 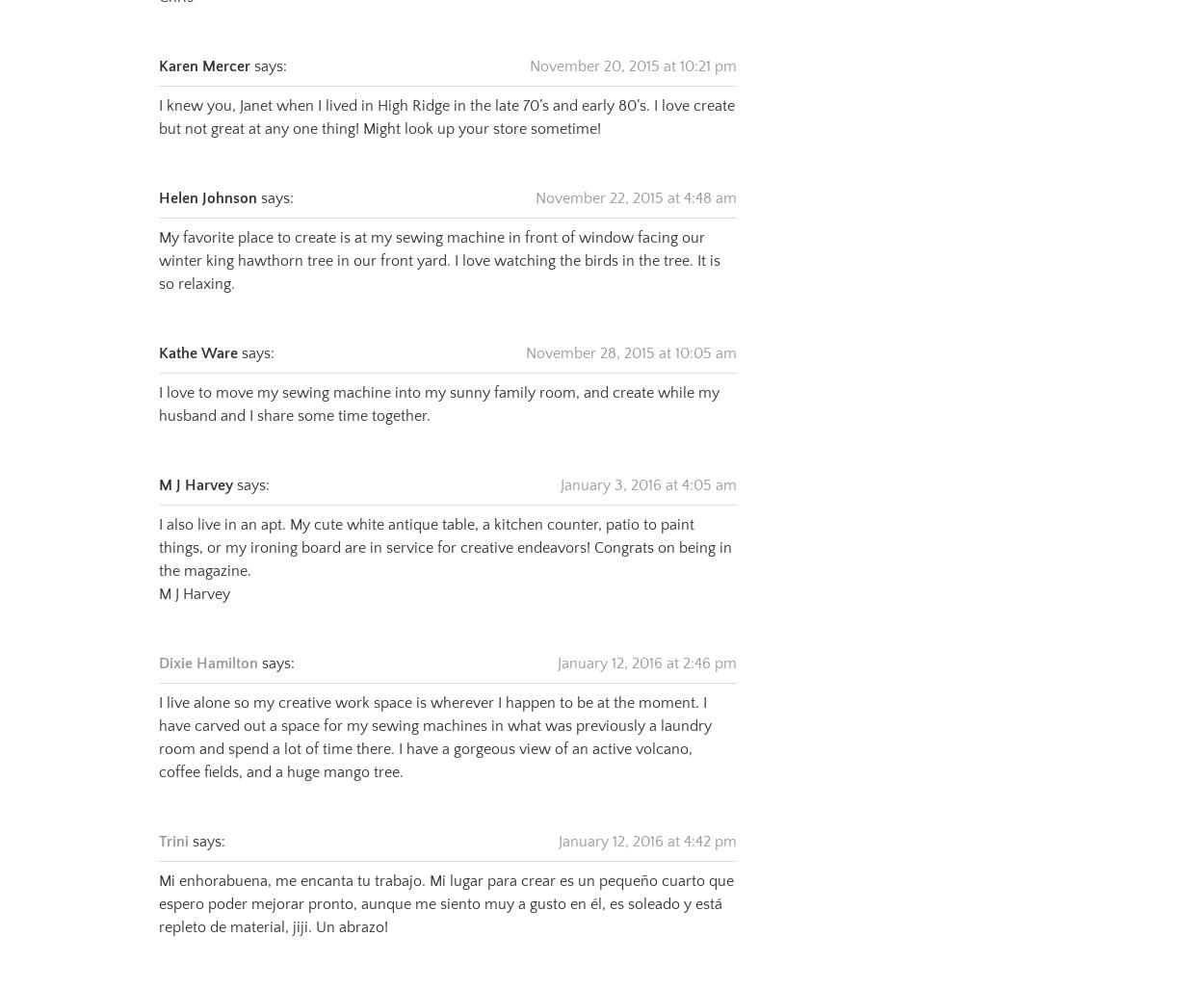 I want to click on 'January 3, 2016 at 4:05 am', so click(x=648, y=460).